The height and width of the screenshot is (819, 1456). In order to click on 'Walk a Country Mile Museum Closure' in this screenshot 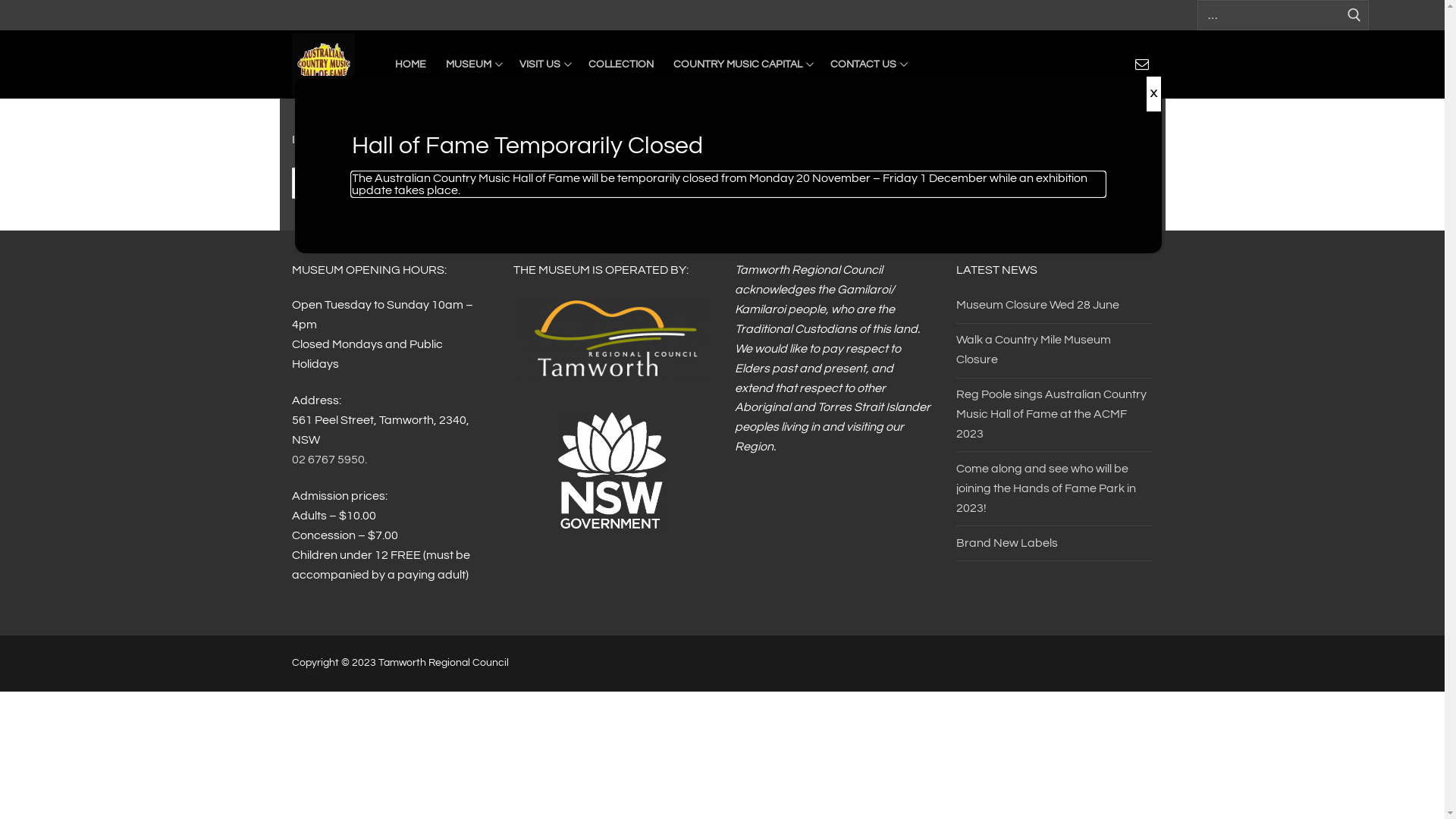, I will do `click(954, 353)`.